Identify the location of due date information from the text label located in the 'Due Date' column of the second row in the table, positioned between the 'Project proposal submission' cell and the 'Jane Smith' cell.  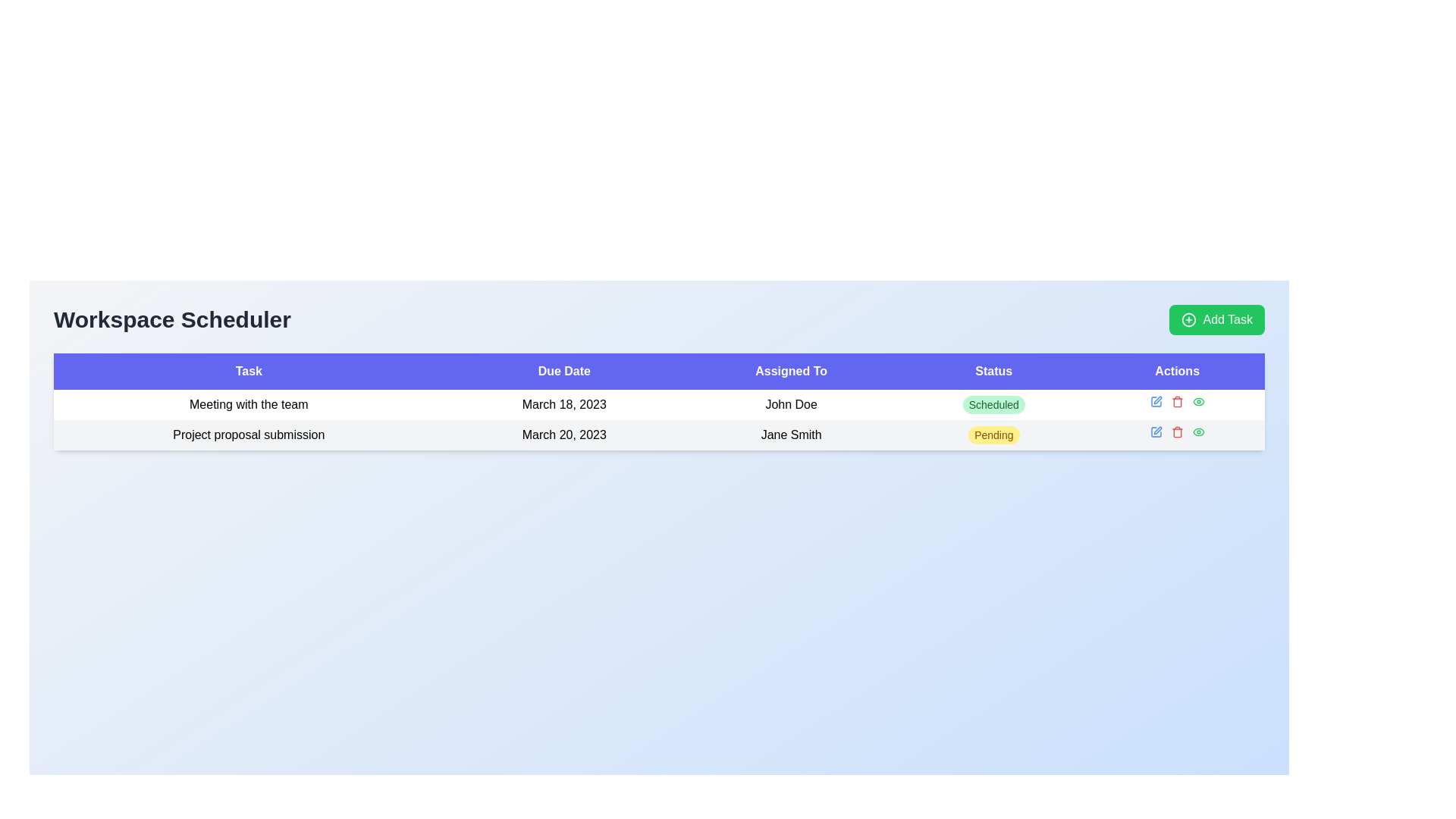
(563, 435).